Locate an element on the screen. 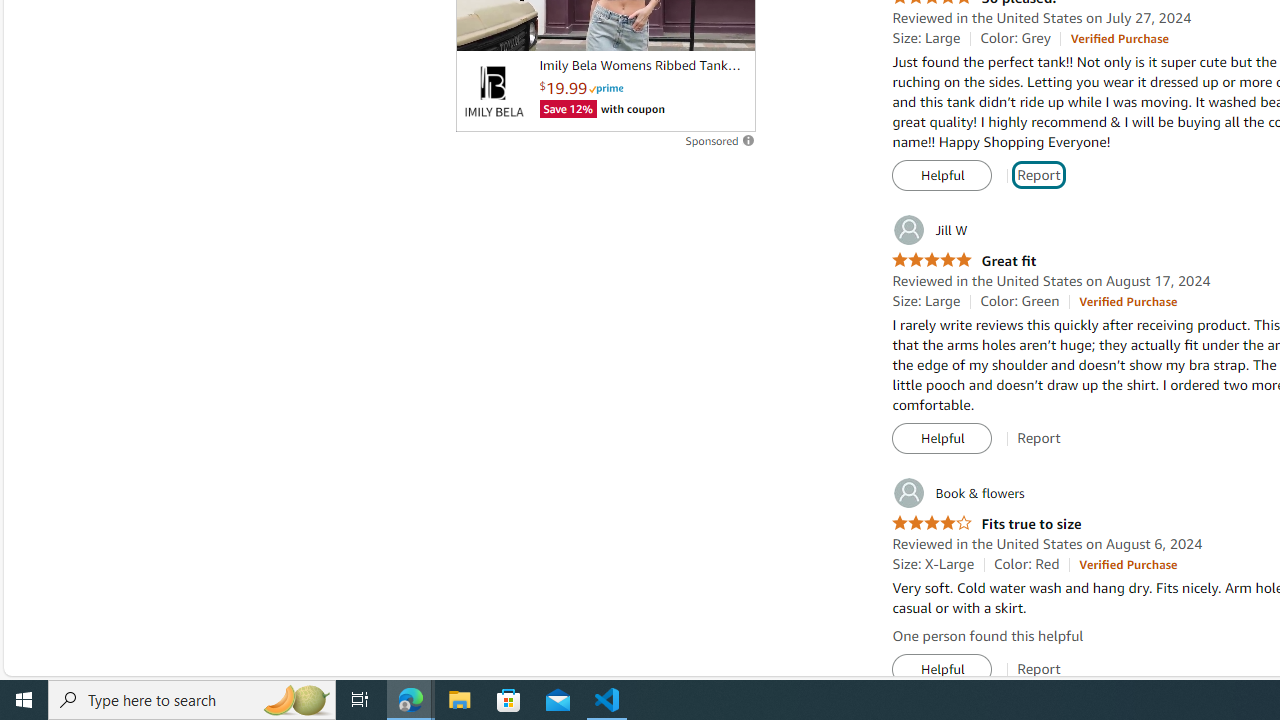 The height and width of the screenshot is (720, 1280). 'Report' is located at coordinates (1039, 669).